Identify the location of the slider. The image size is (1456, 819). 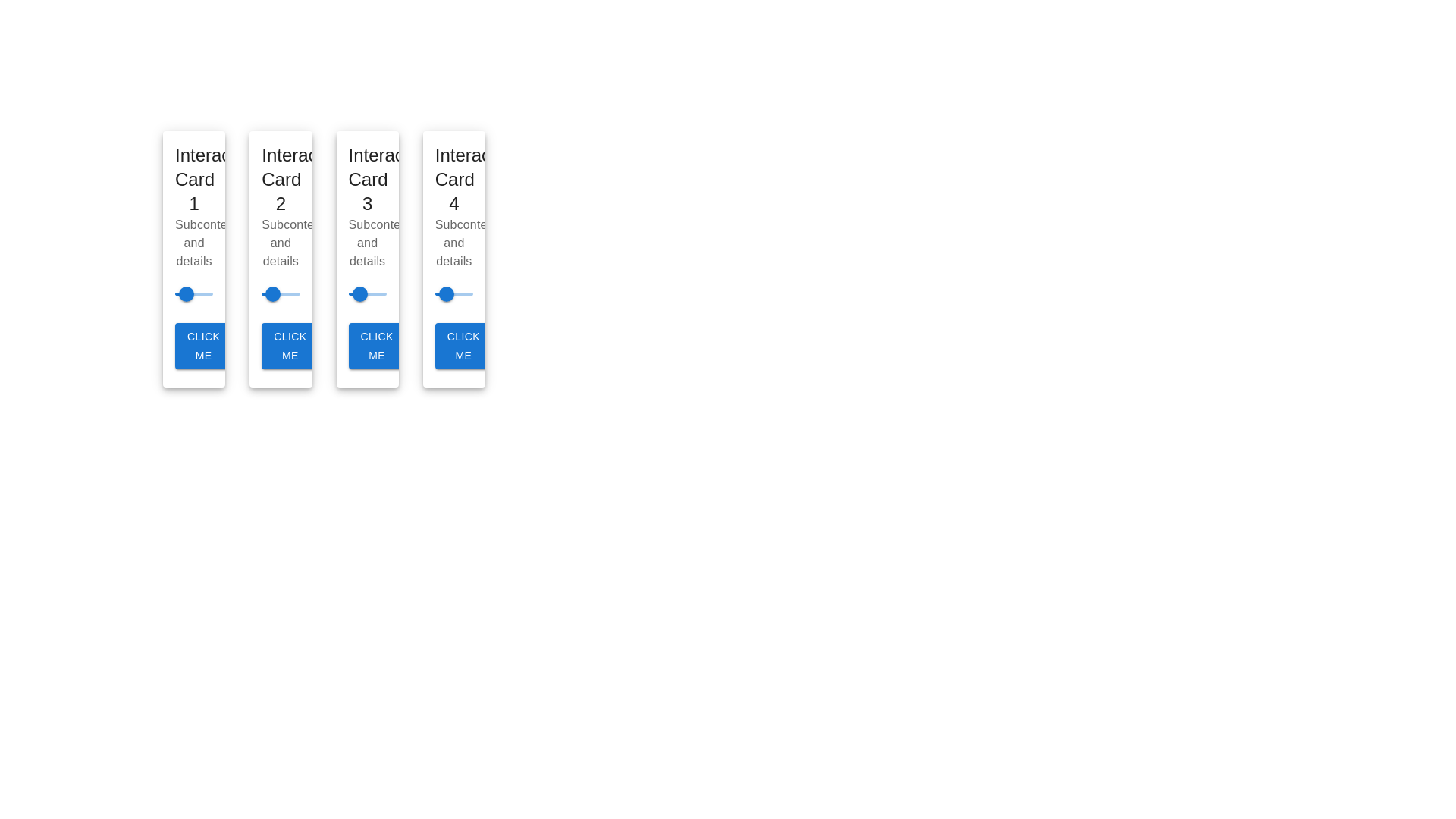
(209, 294).